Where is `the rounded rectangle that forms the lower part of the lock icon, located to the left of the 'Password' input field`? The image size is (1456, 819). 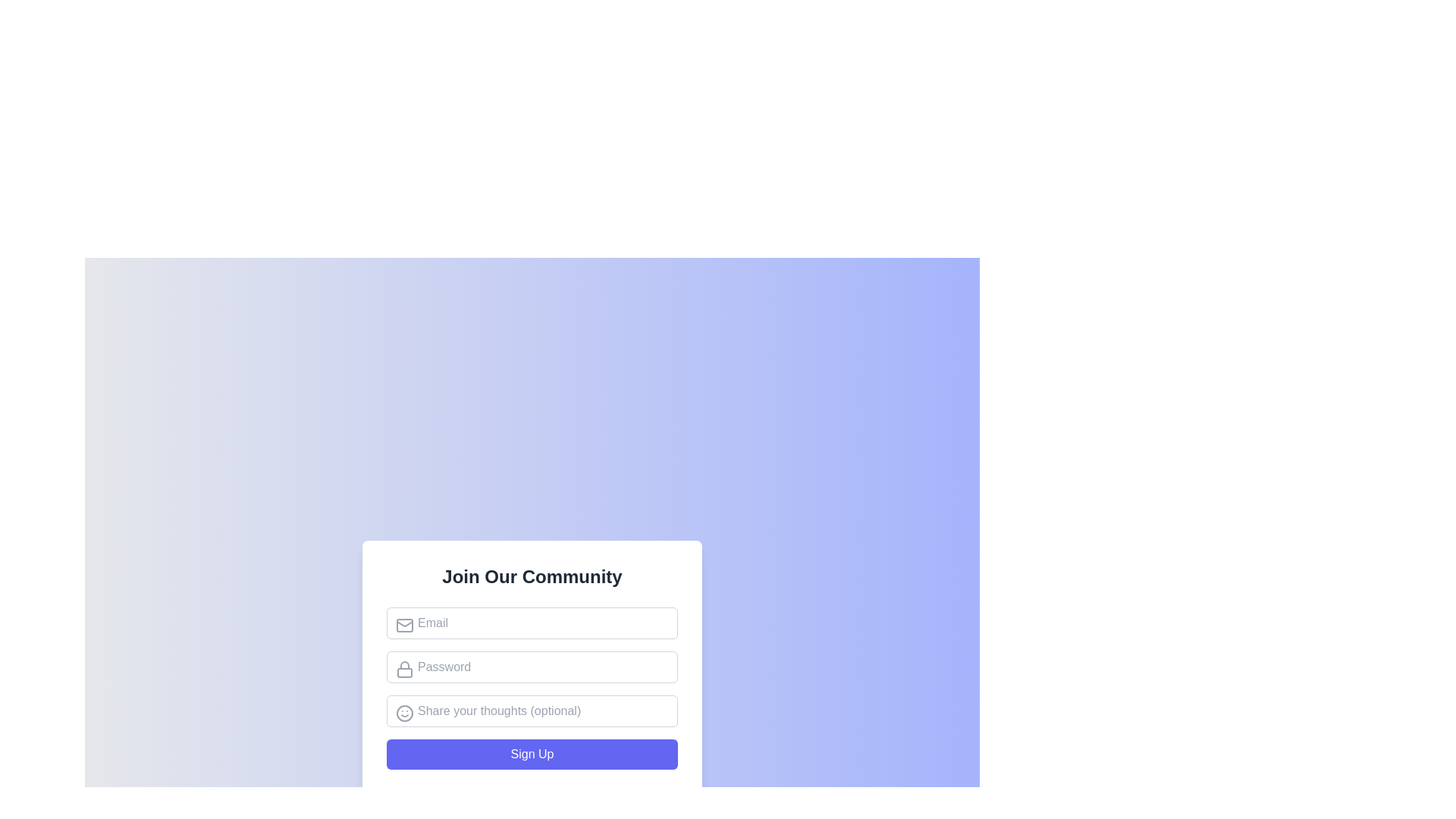 the rounded rectangle that forms the lower part of the lock icon, located to the left of the 'Password' input field is located at coordinates (404, 672).